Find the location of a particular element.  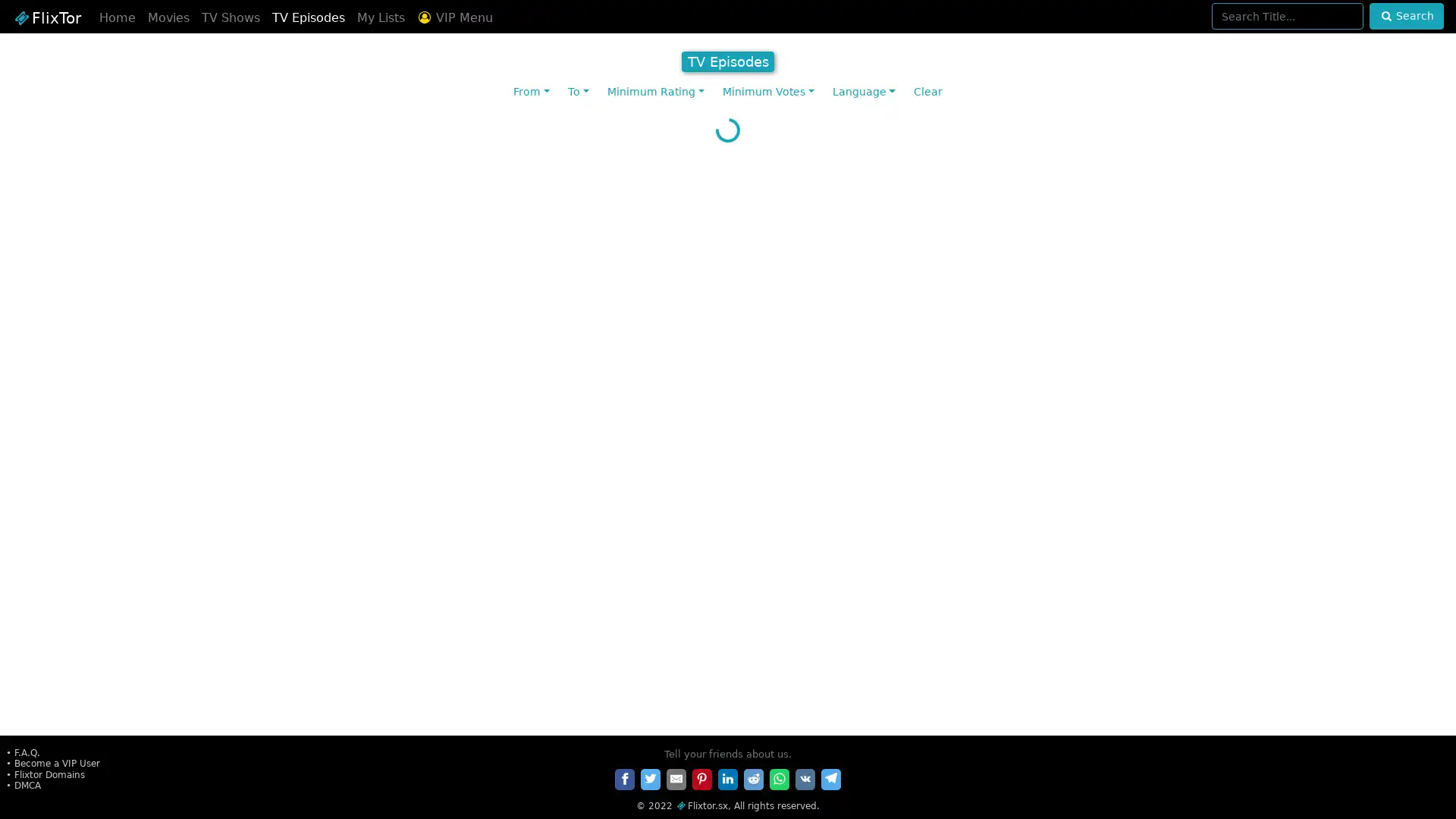

Search is located at coordinates (1405, 16).